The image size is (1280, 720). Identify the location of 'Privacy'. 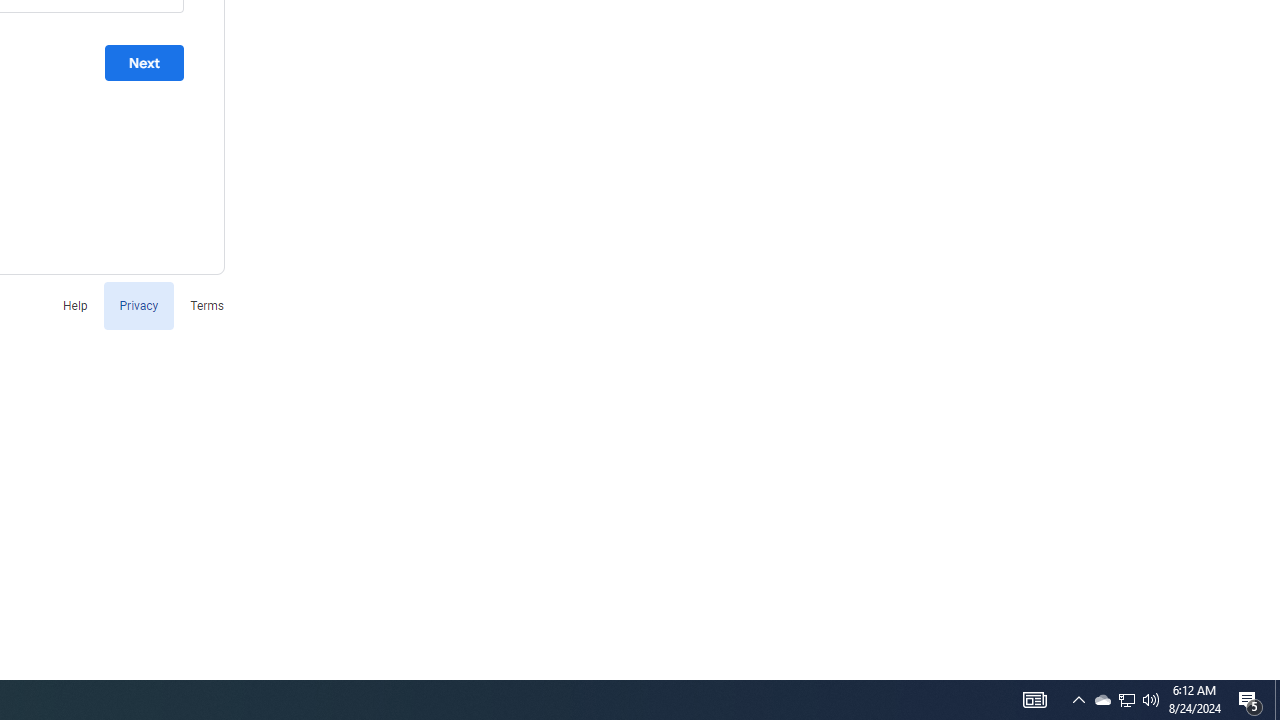
(137, 305).